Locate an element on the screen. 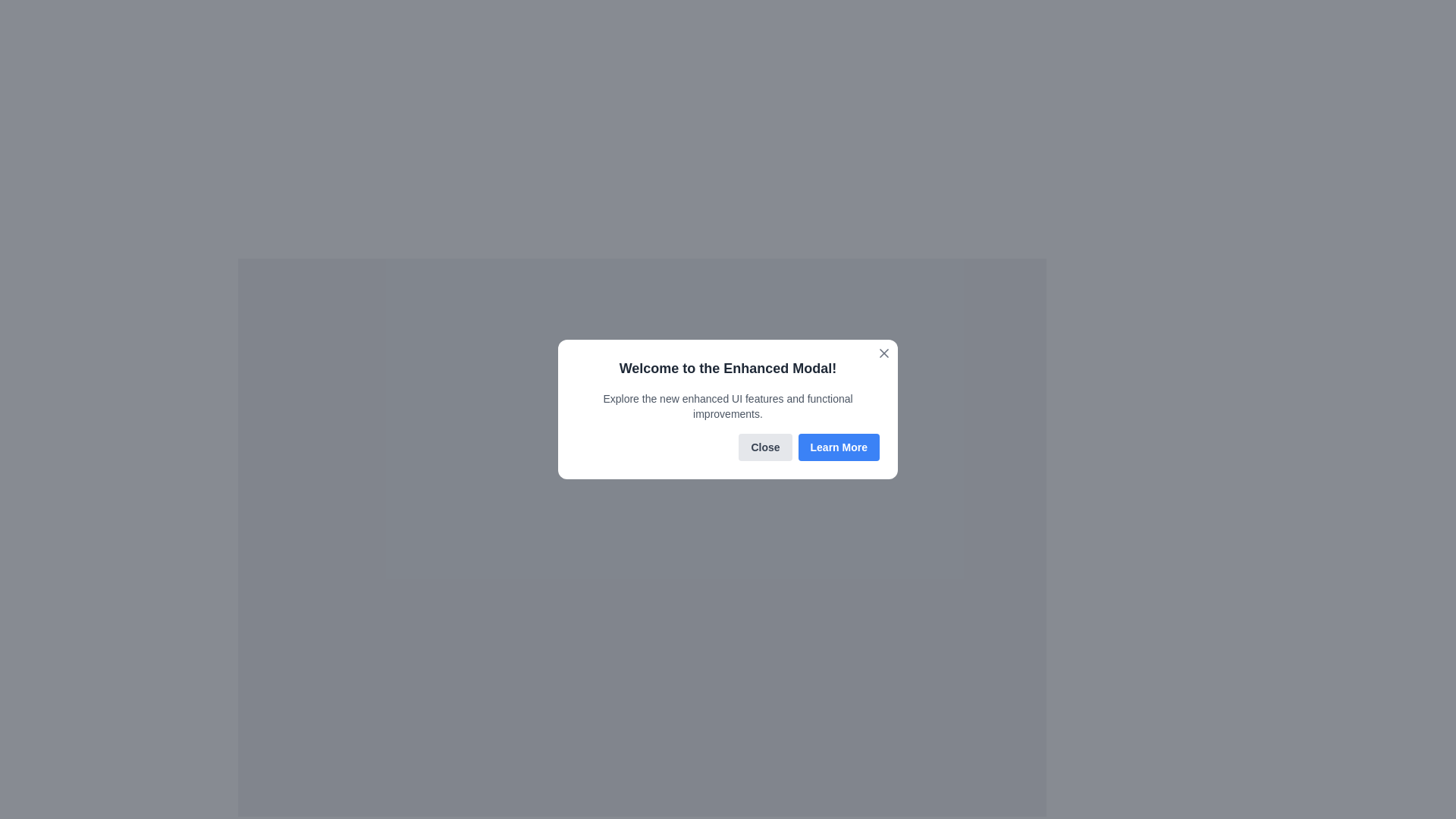 The width and height of the screenshot is (1456, 819). the Close button represented as an 'X' icon located at the top-right corner of the modal dialog box is located at coordinates (884, 353).